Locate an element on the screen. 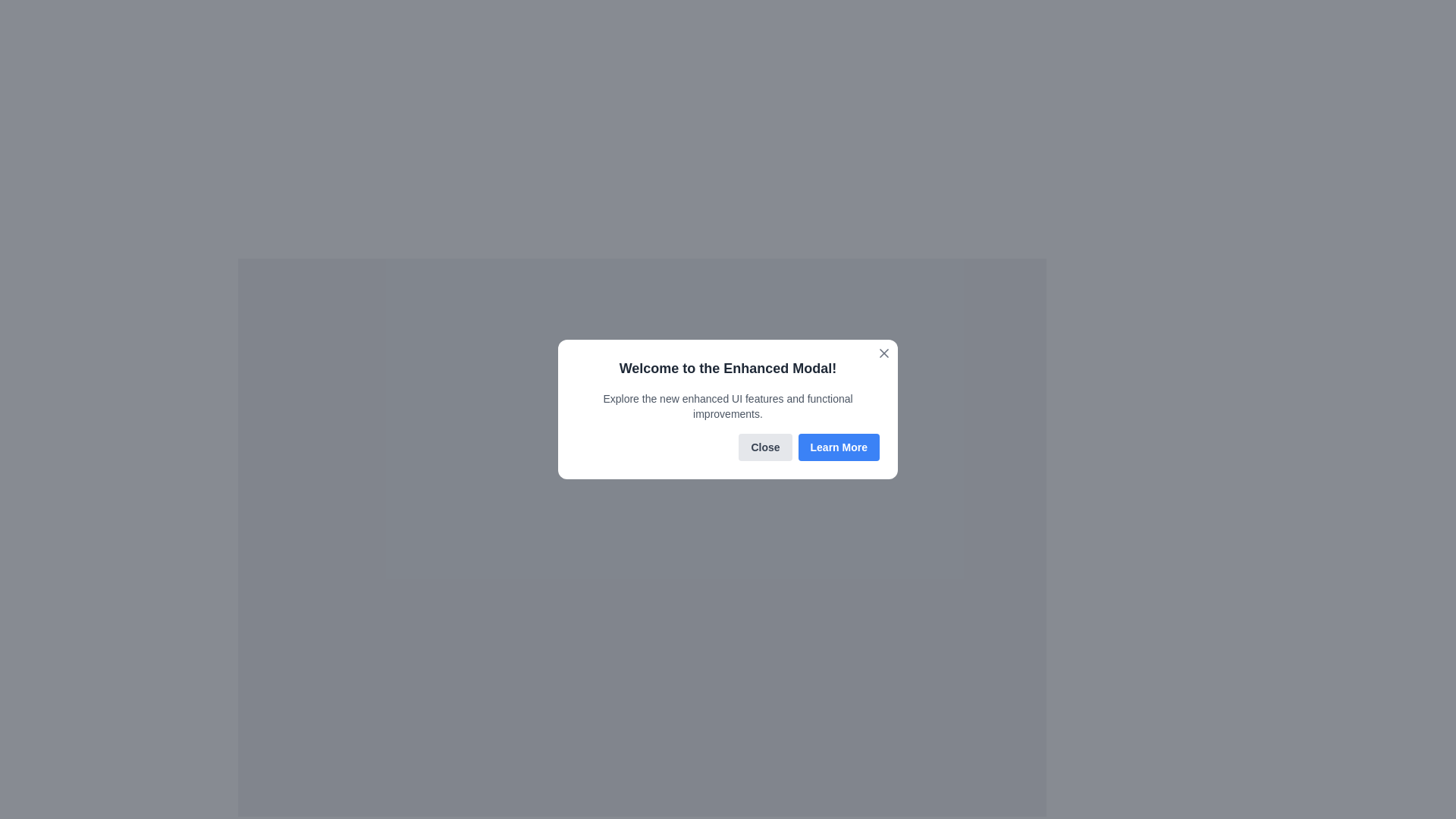 The width and height of the screenshot is (1456, 819). the Close button represented as an 'X' icon located at the top-right corner of the modal dialog box is located at coordinates (884, 353).